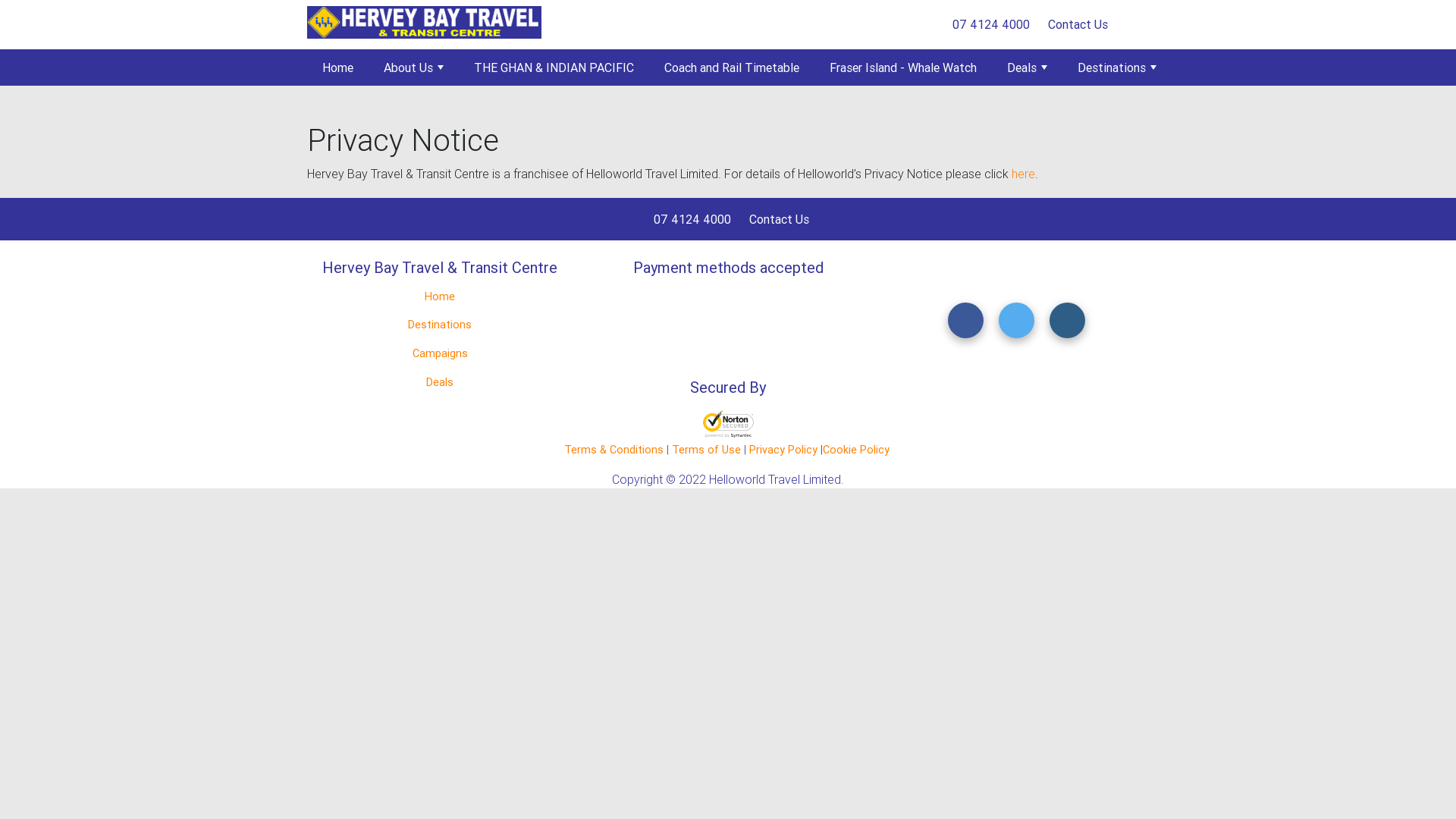 The image size is (1456, 819). What do you see at coordinates (337, 66) in the screenshot?
I see `'Home'` at bounding box center [337, 66].